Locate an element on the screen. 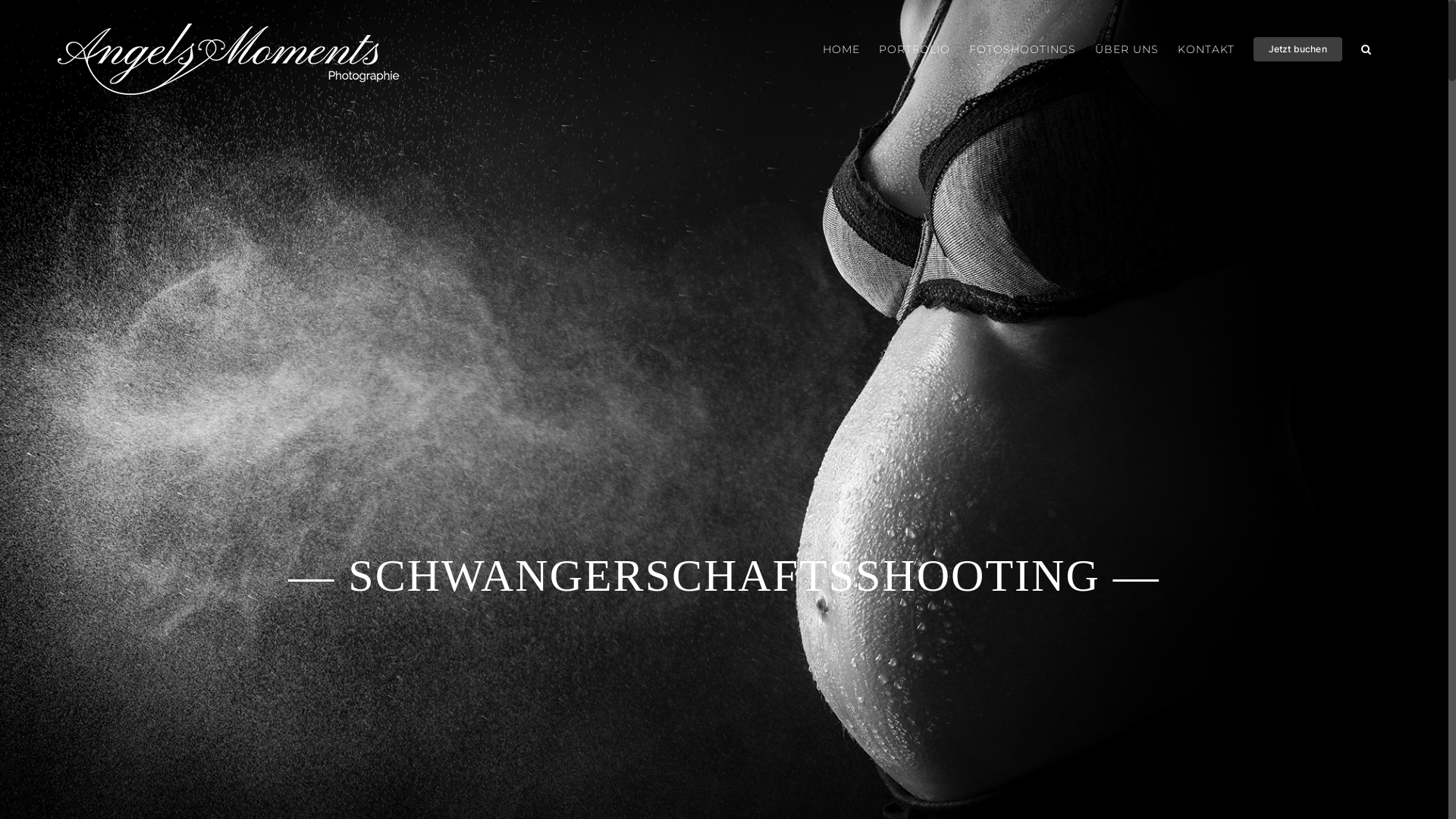  'Suche' is located at coordinates (1366, 49).